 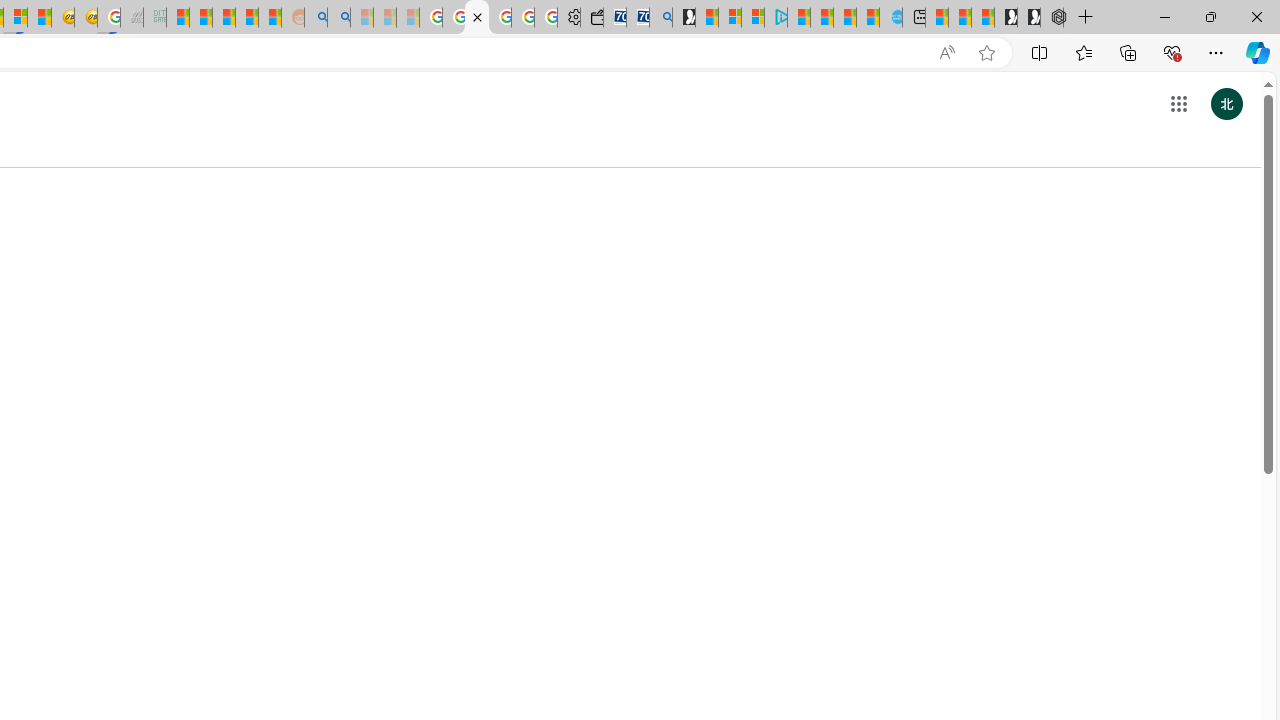 What do you see at coordinates (338, 17) in the screenshot?
I see `'Utah sues federal government - Search'` at bounding box center [338, 17].